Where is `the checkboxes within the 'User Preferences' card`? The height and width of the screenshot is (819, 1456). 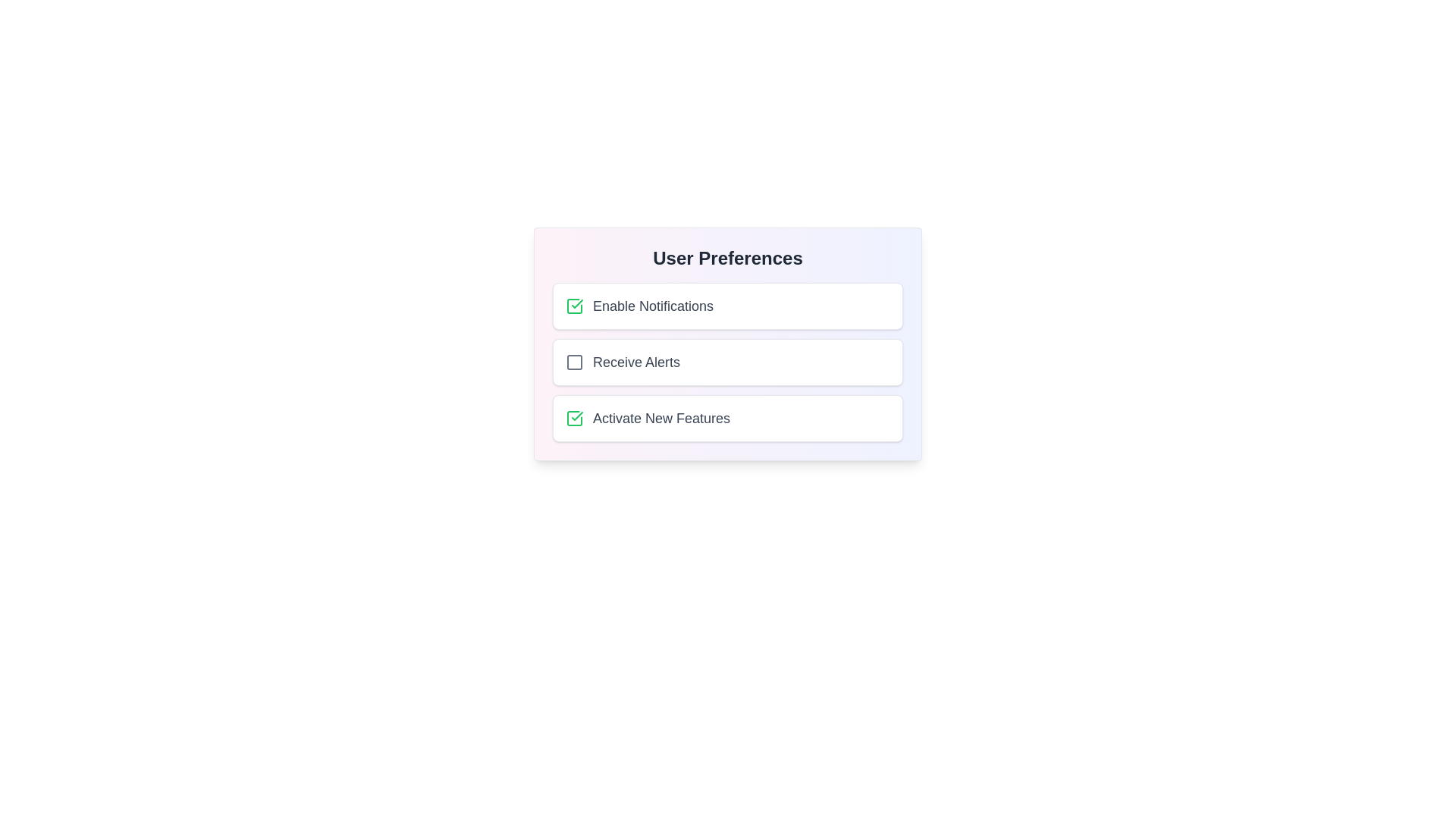
the checkboxes within the 'User Preferences' card is located at coordinates (728, 344).